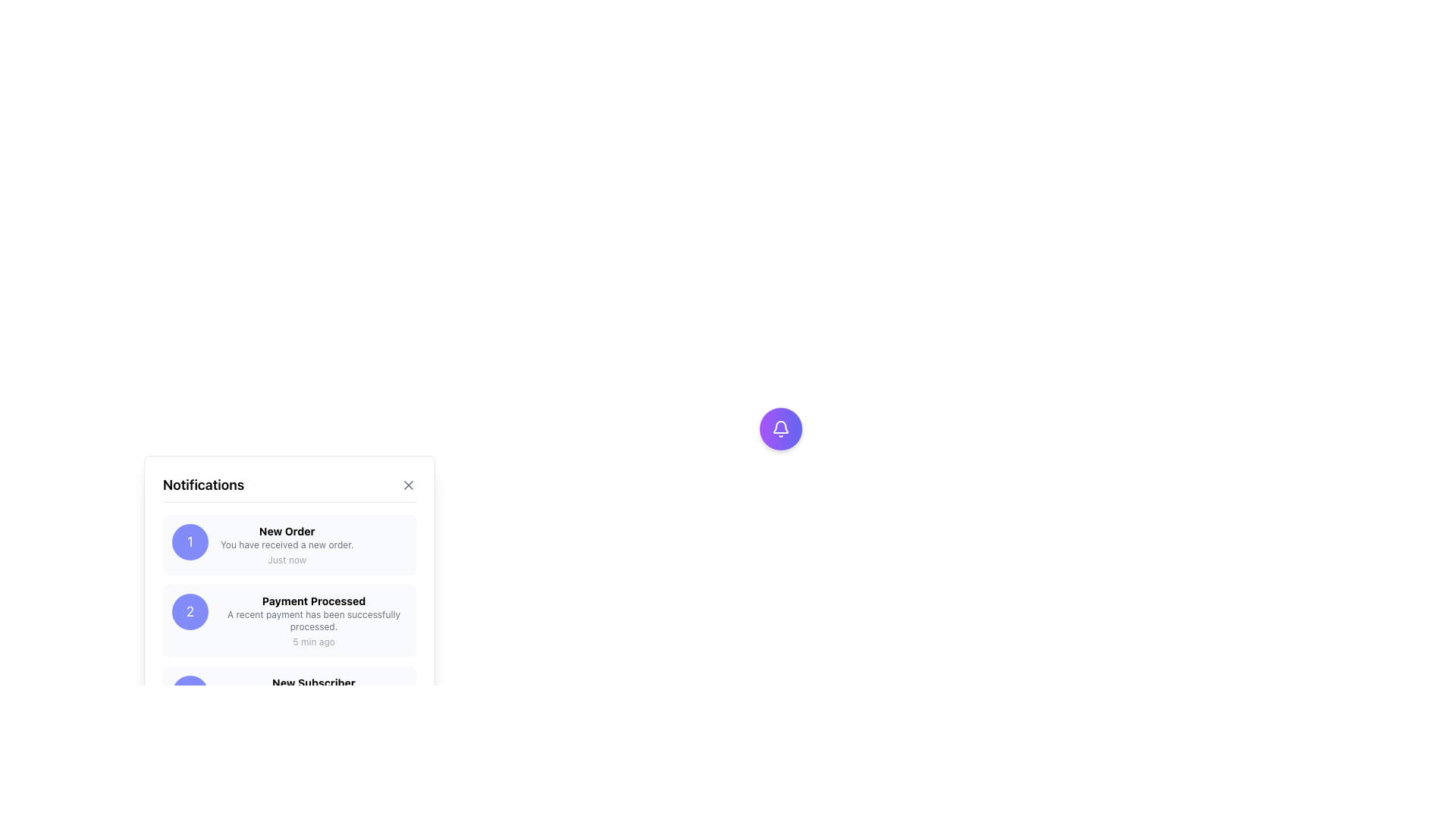  Describe the element at coordinates (189, 541) in the screenshot. I see `the numeral displayed in the Circular Badge Icon located before the 'New Order' text in the first row of the notifications list` at that location.